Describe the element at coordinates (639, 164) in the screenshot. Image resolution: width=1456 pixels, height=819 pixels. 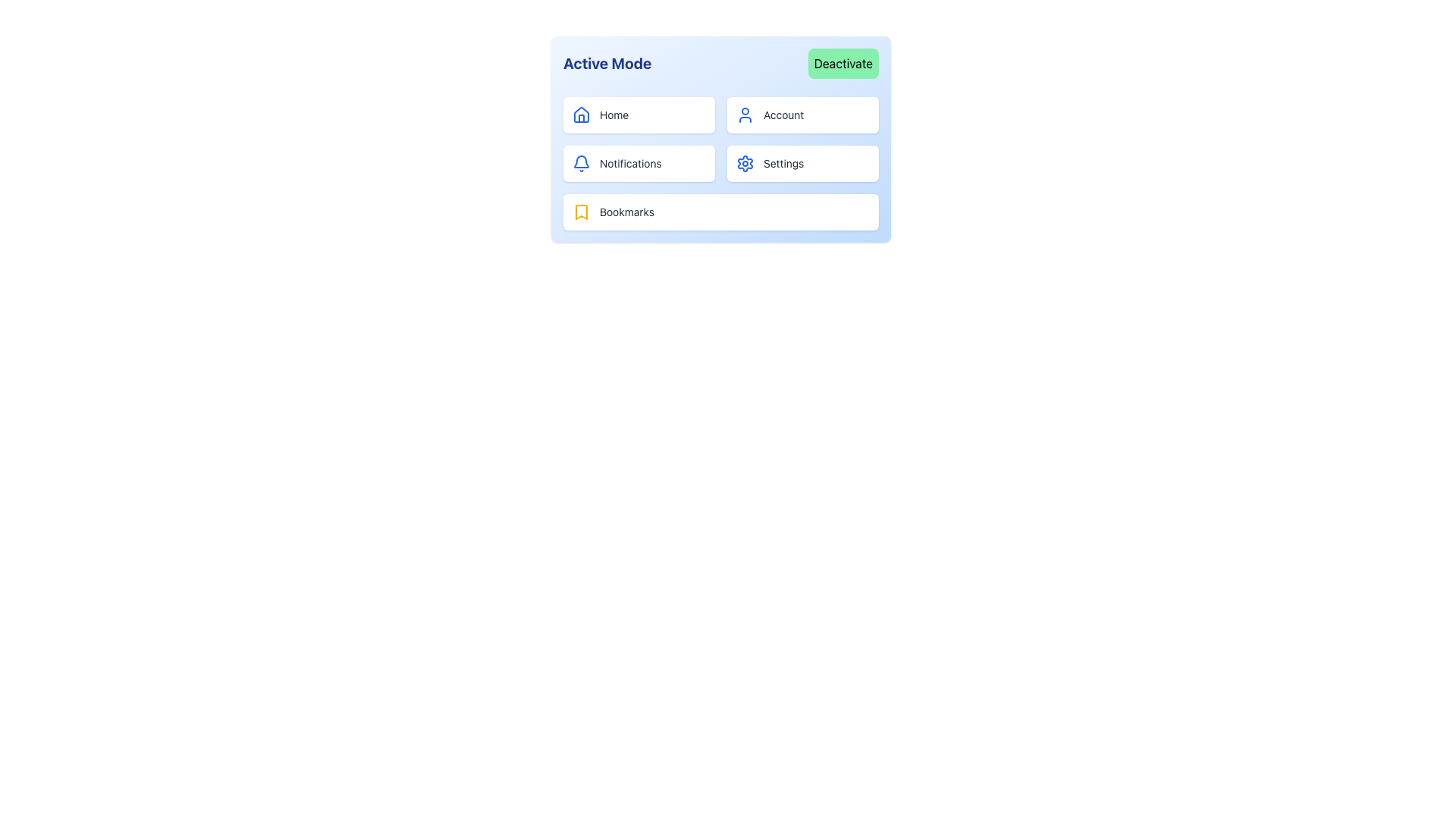
I see `the Button-like interactive card for accessing notifications, which is located below the 'Home' card and to the left of the 'Settings' card in the grid layout` at that location.